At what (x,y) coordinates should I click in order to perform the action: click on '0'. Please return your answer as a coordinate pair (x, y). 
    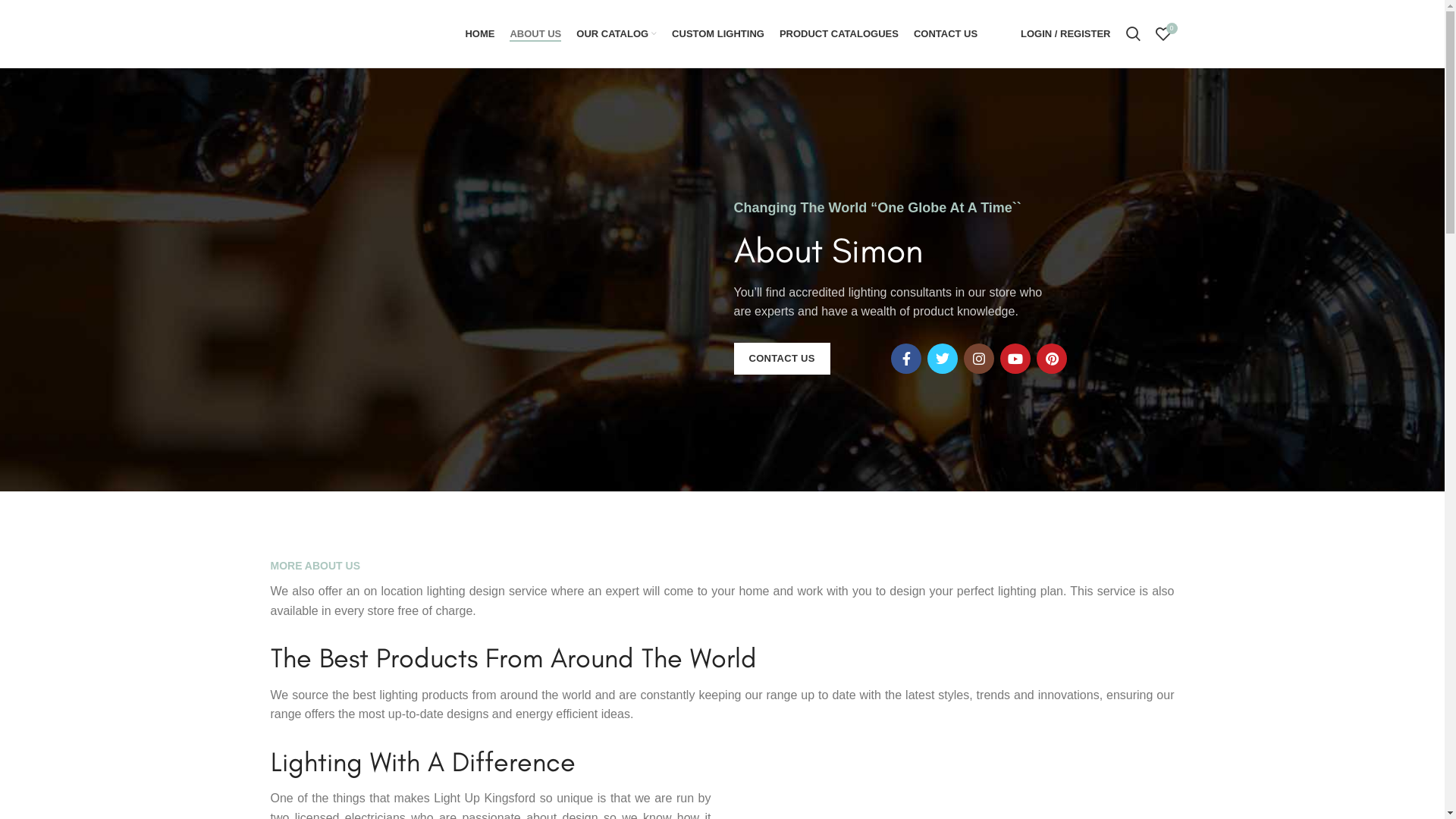
    Looking at the image, I should click on (1163, 33).